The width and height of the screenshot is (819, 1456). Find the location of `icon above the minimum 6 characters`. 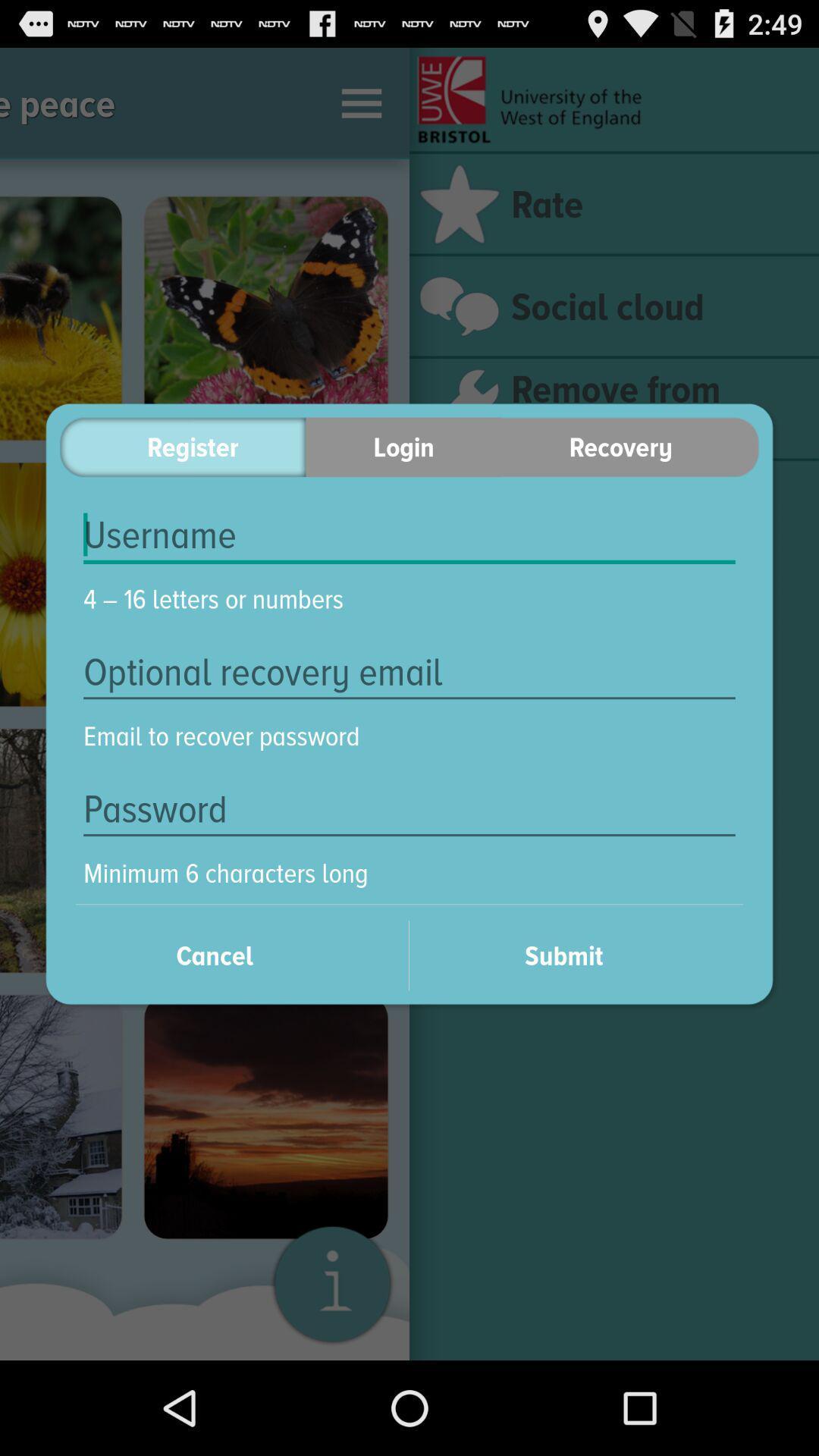

icon above the minimum 6 characters is located at coordinates (409, 808).